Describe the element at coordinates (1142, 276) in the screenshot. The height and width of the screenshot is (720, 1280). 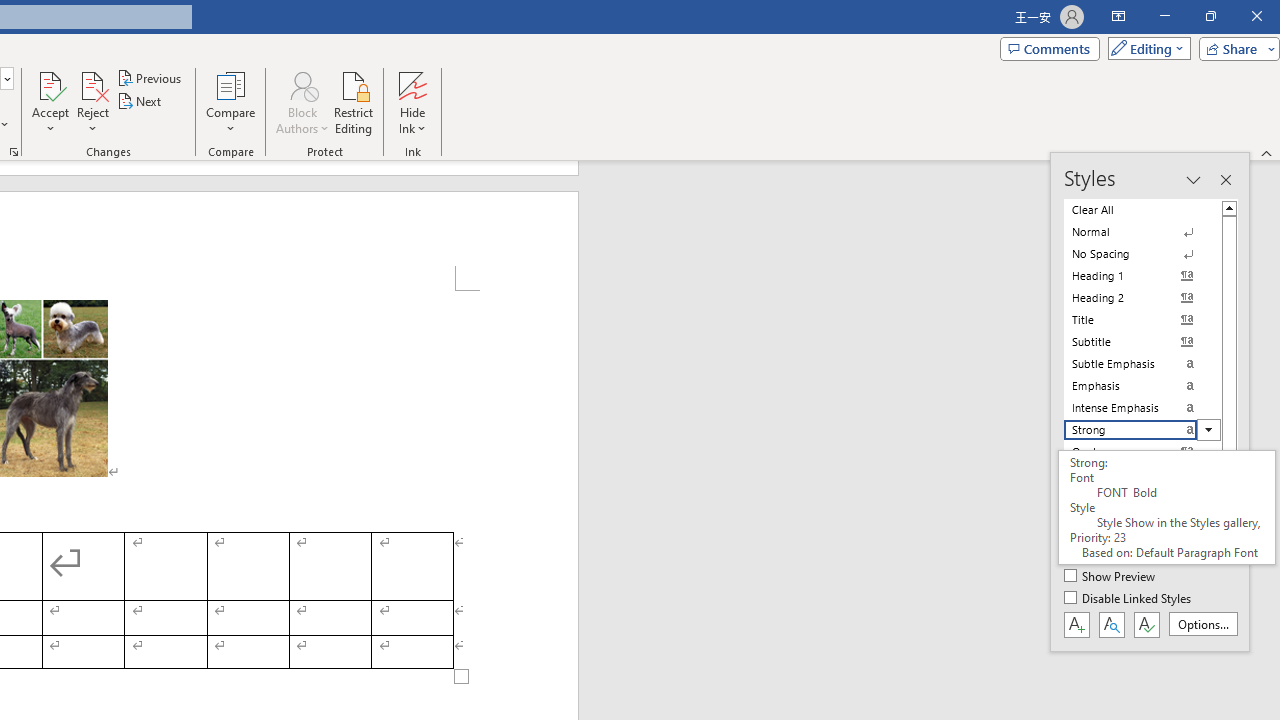
I see `'Heading 1'` at that location.